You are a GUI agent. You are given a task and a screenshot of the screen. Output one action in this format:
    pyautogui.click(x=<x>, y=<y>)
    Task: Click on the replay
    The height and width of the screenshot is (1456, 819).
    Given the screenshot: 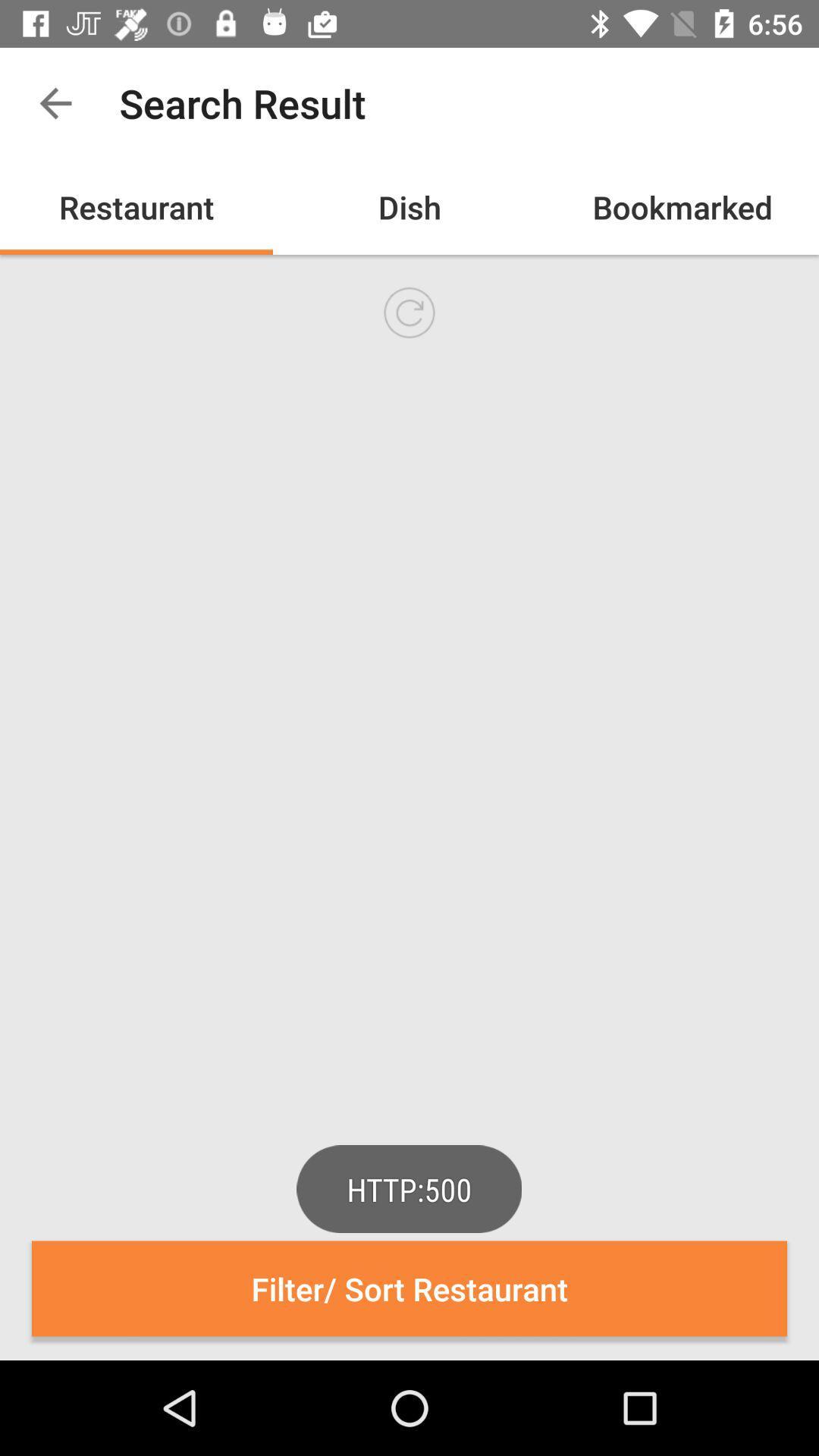 What is the action you would take?
    pyautogui.click(x=409, y=312)
    